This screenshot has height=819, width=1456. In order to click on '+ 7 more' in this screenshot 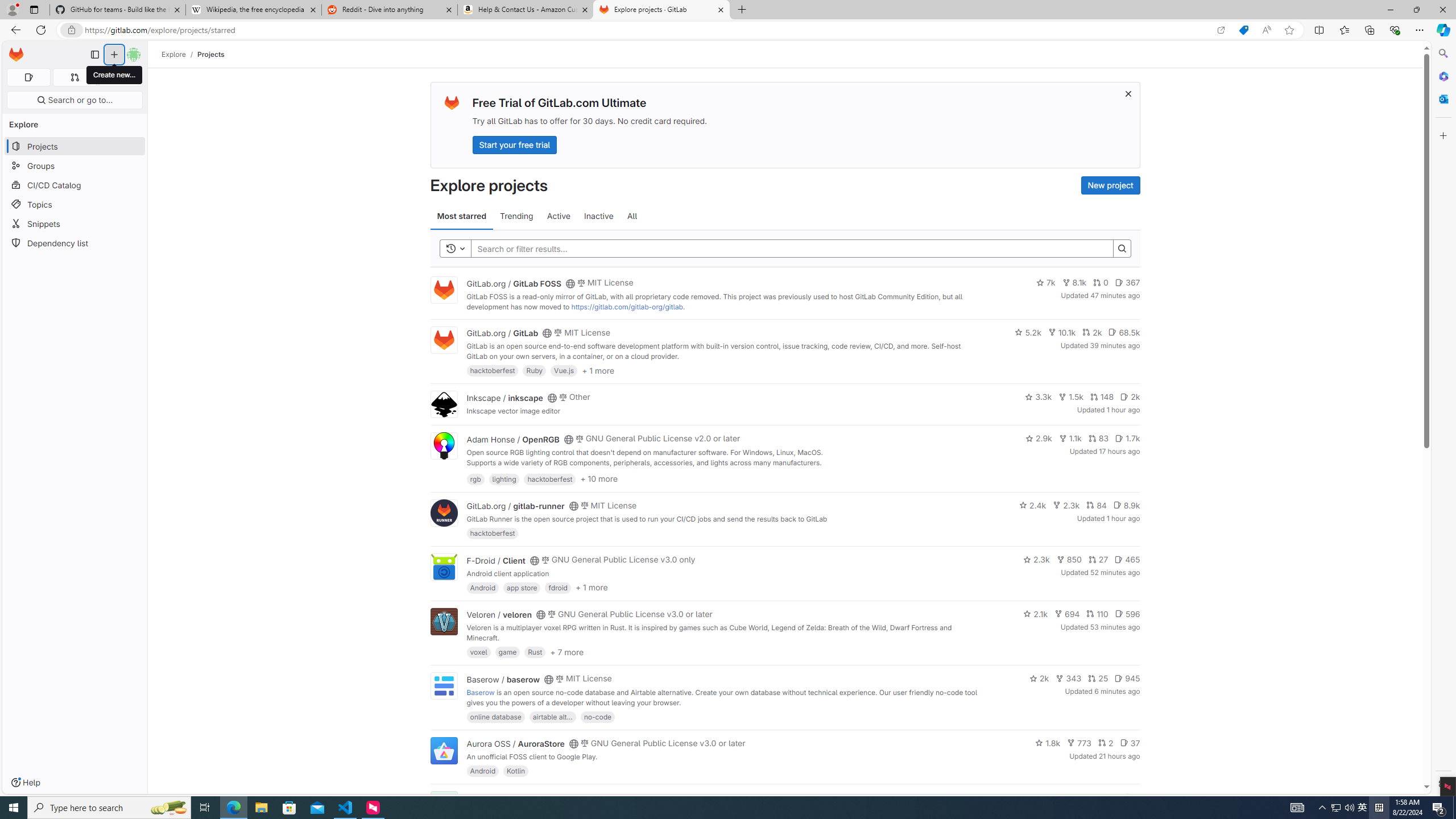, I will do `click(566, 651)`.